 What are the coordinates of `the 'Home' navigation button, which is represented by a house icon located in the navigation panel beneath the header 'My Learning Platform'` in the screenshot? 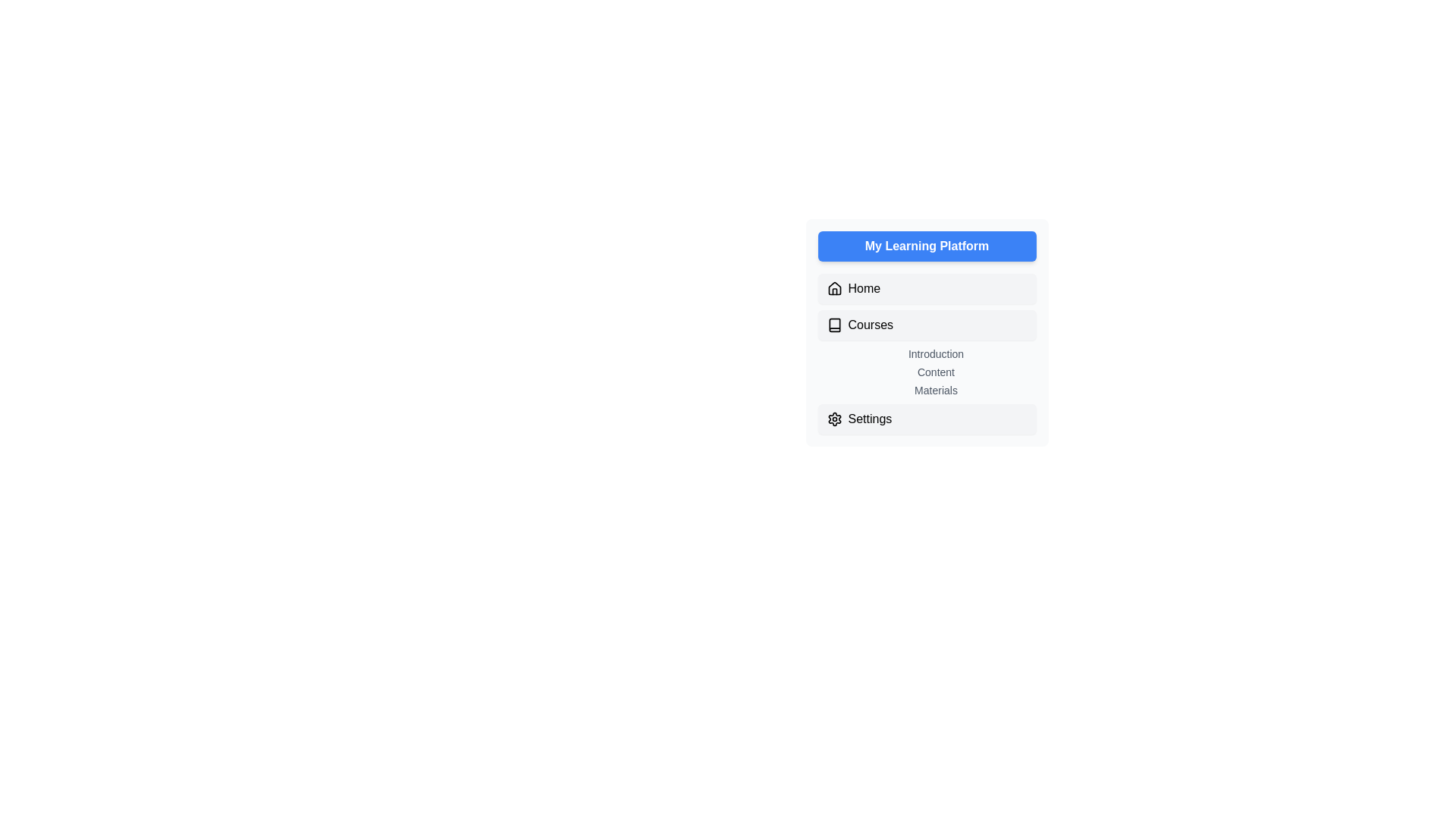 It's located at (833, 289).